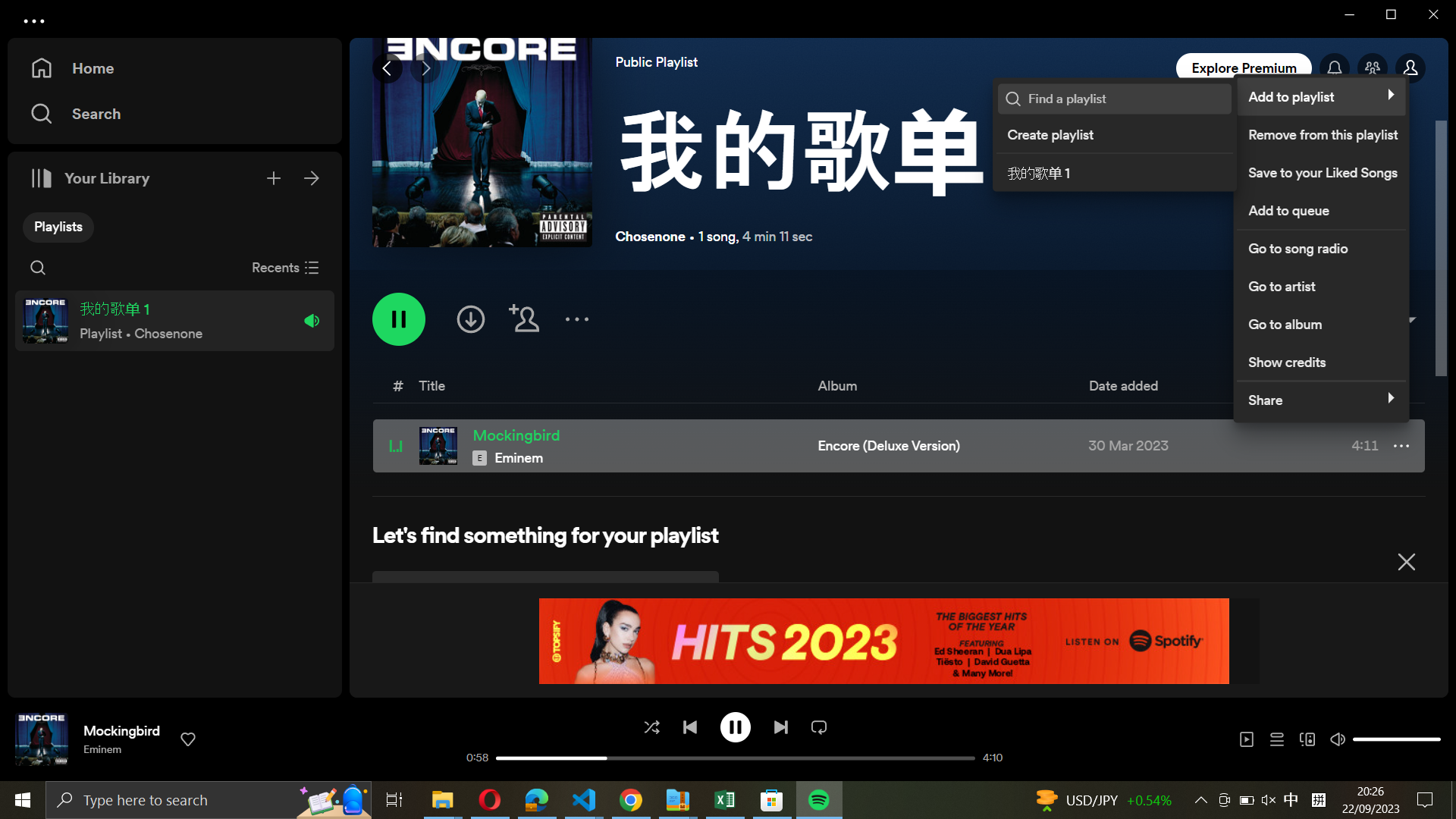 This screenshot has width=1456, height=819. Describe the element at coordinates (1125, 99) in the screenshot. I see `Locate the playlist I listen to the most` at that location.